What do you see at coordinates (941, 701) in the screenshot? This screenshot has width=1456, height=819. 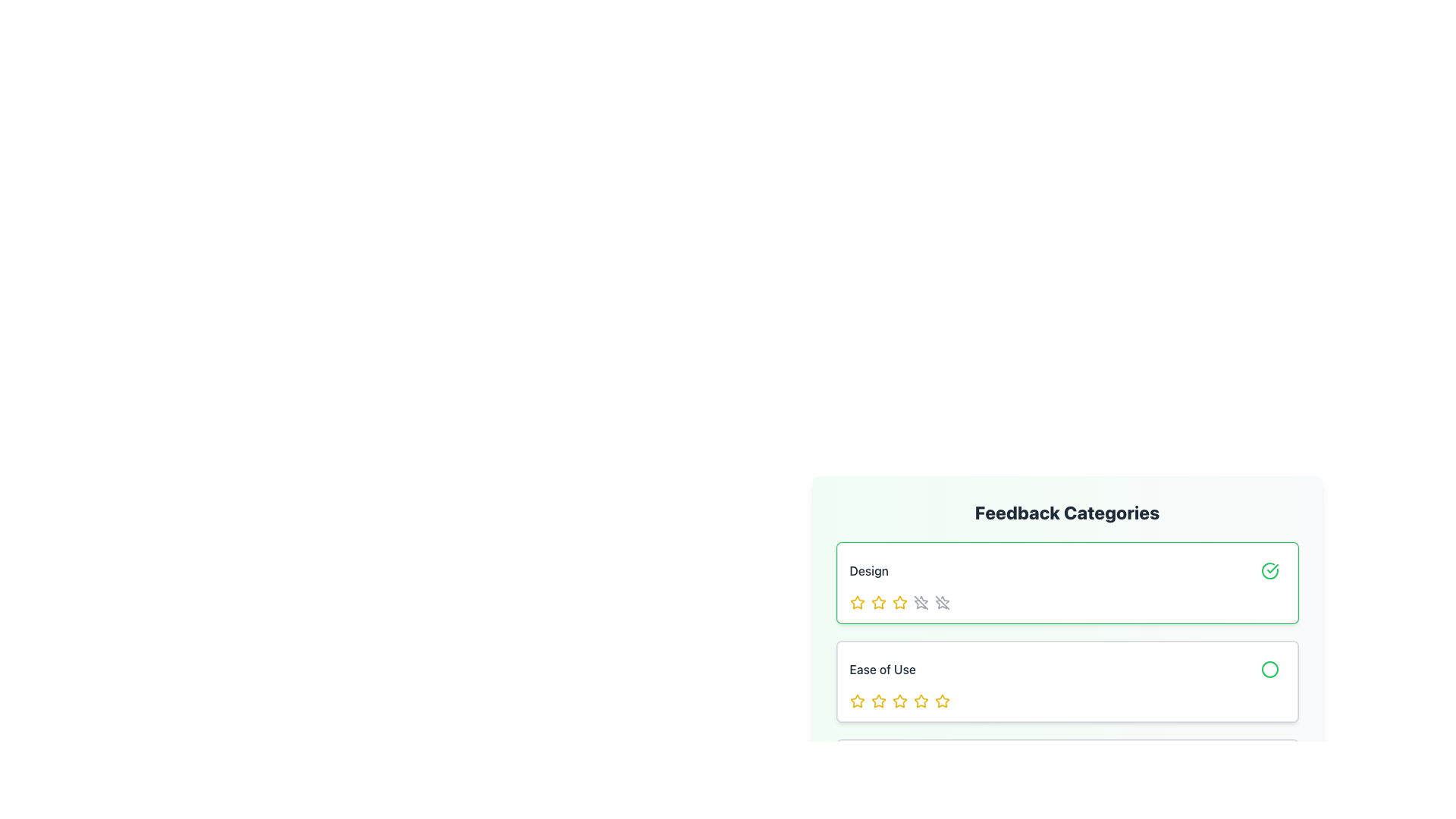 I see `the fifth yellow star icon` at bounding box center [941, 701].